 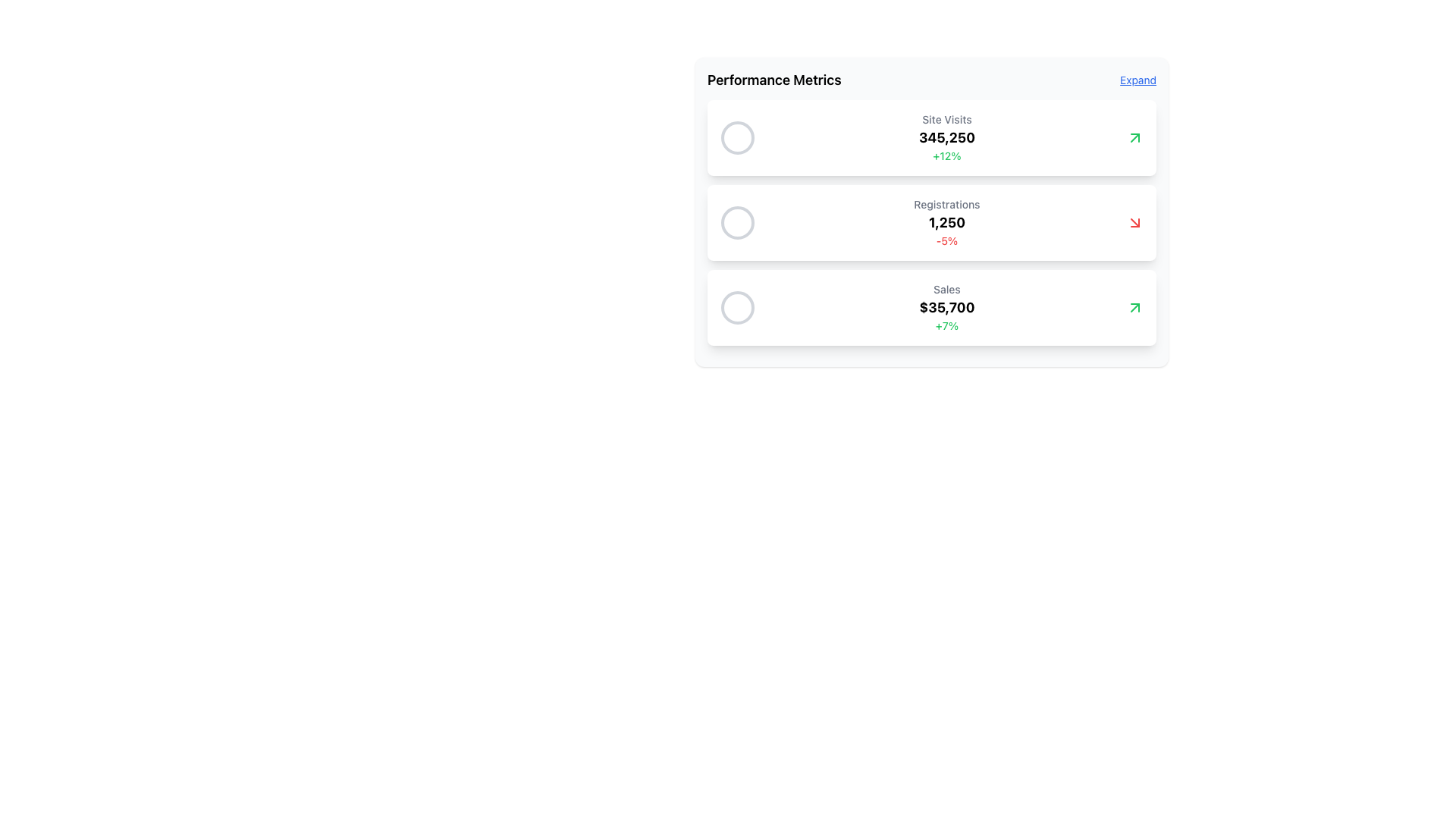 What do you see at coordinates (946, 307) in the screenshot?
I see `the Text Block displaying sales metrics` at bounding box center [946, 307].